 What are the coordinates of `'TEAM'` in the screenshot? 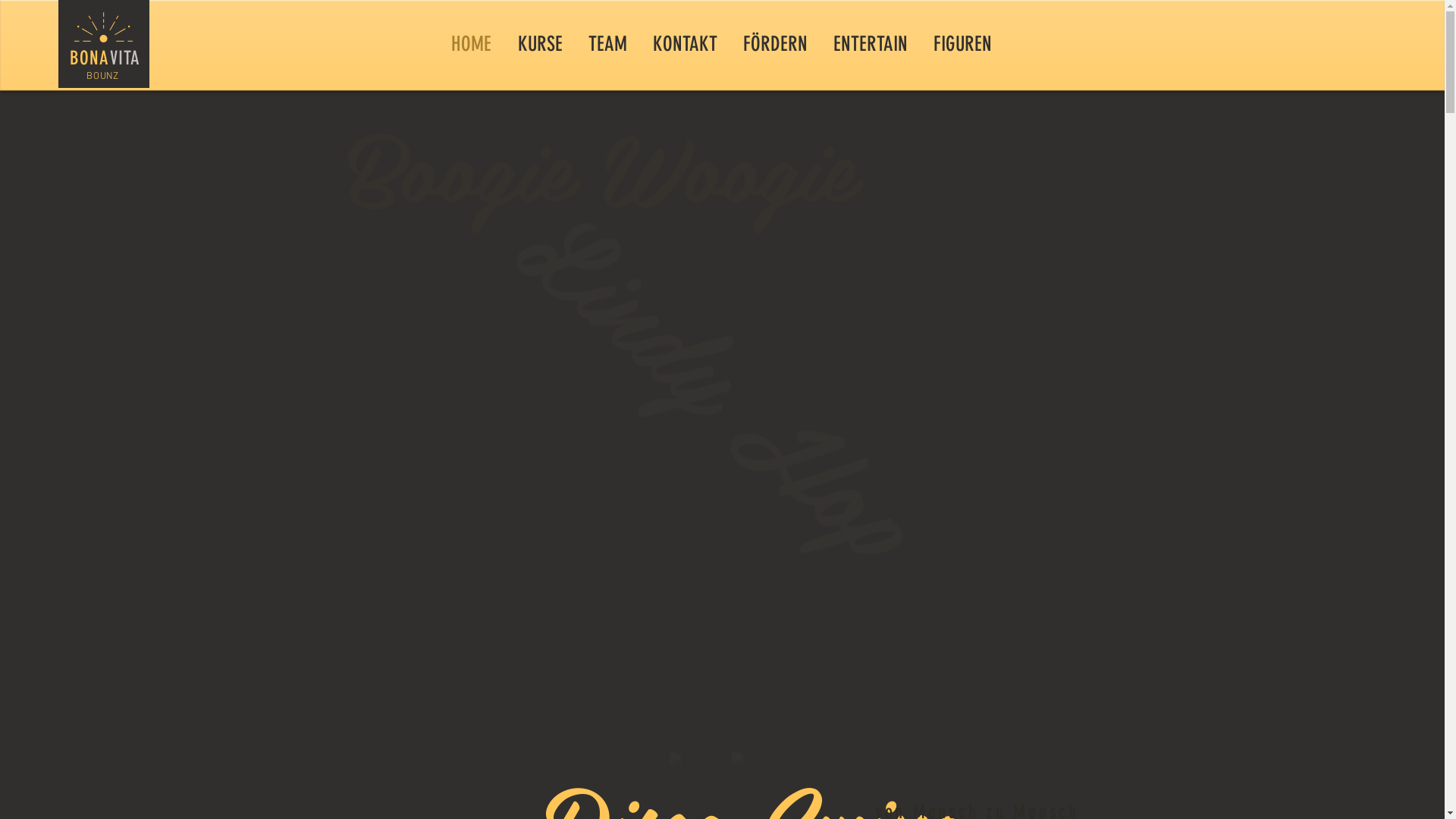 It's located at (607, 42).